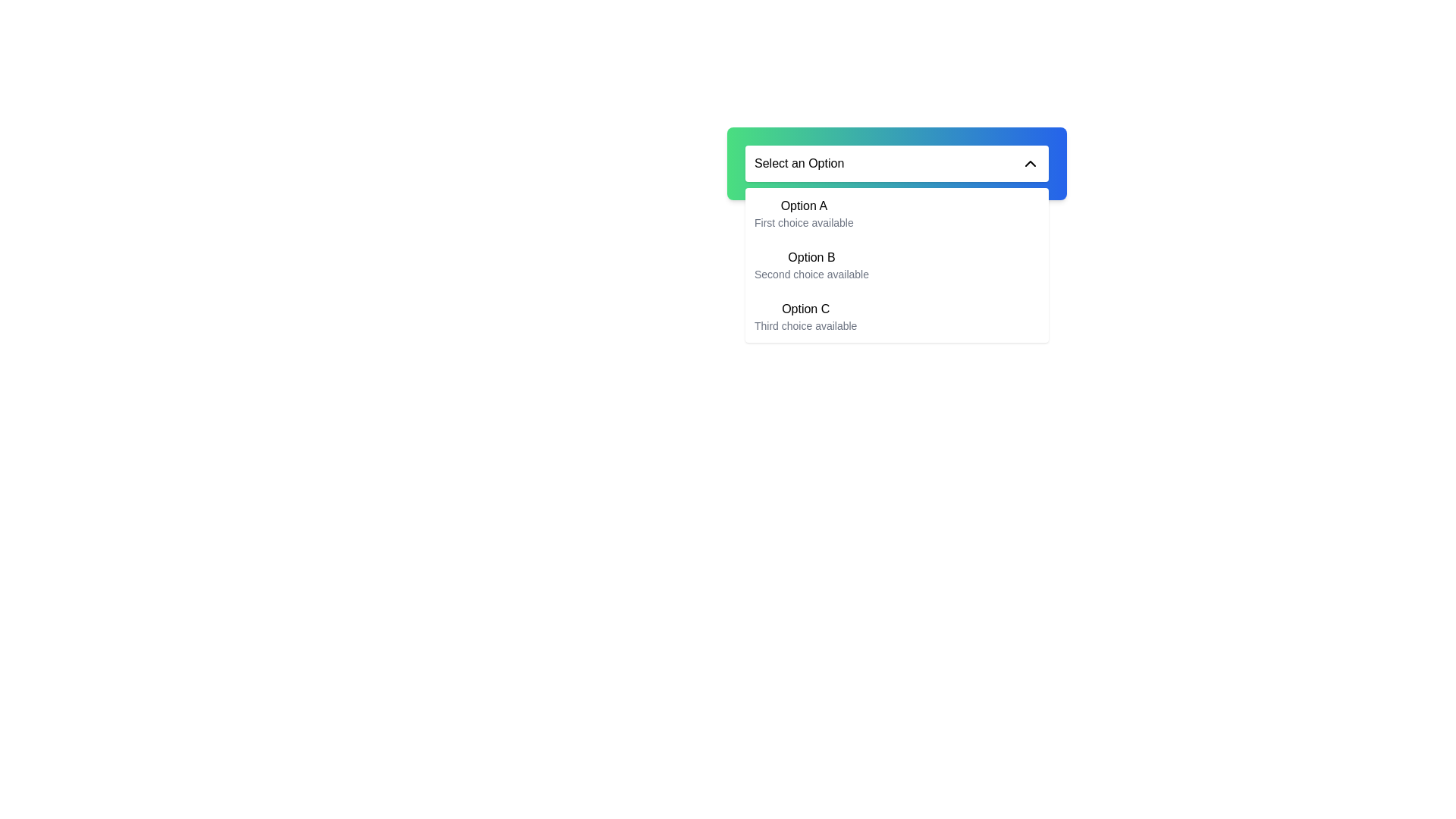 The height and width of the screenshot is (819, 1456). What do you see at coordinates (803, 206) in the screenshot?
I see `text label that displays the title of the first option in the dropdown menu located beneath the 'Select an Option' selector` at bounding box center [803, 206].